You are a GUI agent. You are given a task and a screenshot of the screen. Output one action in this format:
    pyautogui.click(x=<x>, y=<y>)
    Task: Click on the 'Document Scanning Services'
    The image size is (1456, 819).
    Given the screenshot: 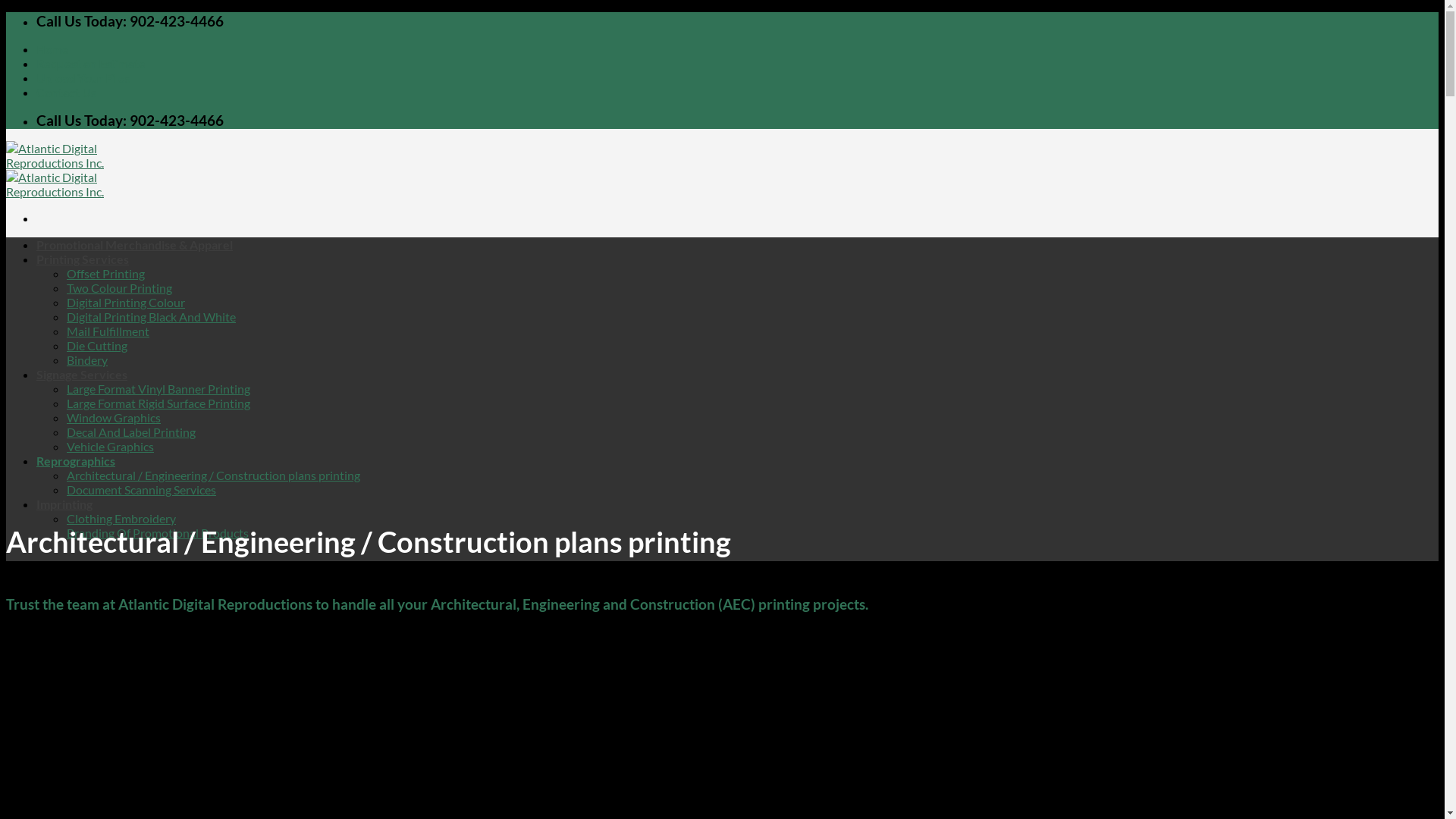 What is the action you would take?
    pyautogui.click(x=65, y=489)
    